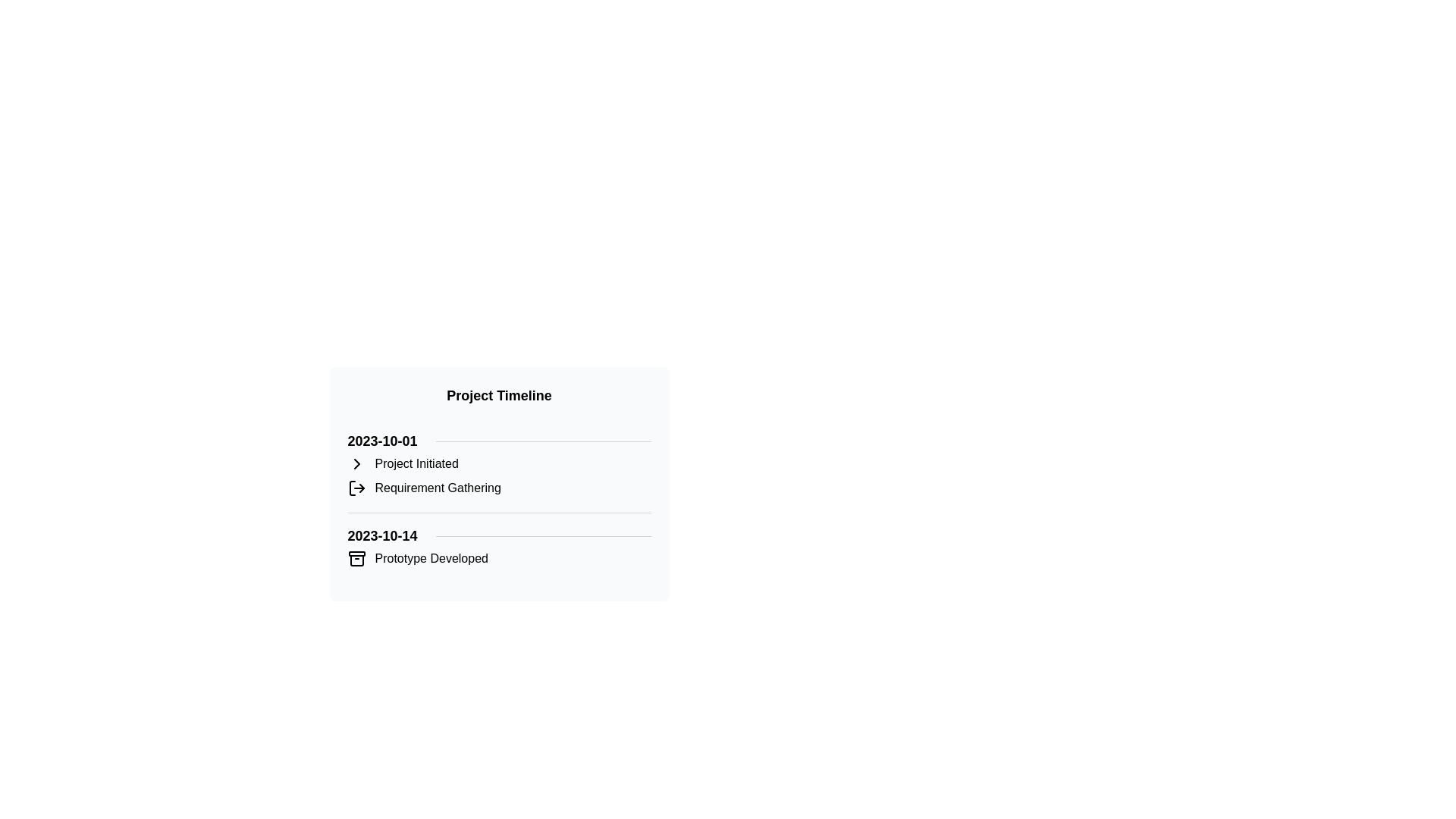 The height and width of the screenshot is (819, 1456). Describe the element at coordinates (431, 558) in the screenshot. I see `the static text label displaying 'Prototype Developed' in the timeline interface, which indicates an event or milestone` at that location.